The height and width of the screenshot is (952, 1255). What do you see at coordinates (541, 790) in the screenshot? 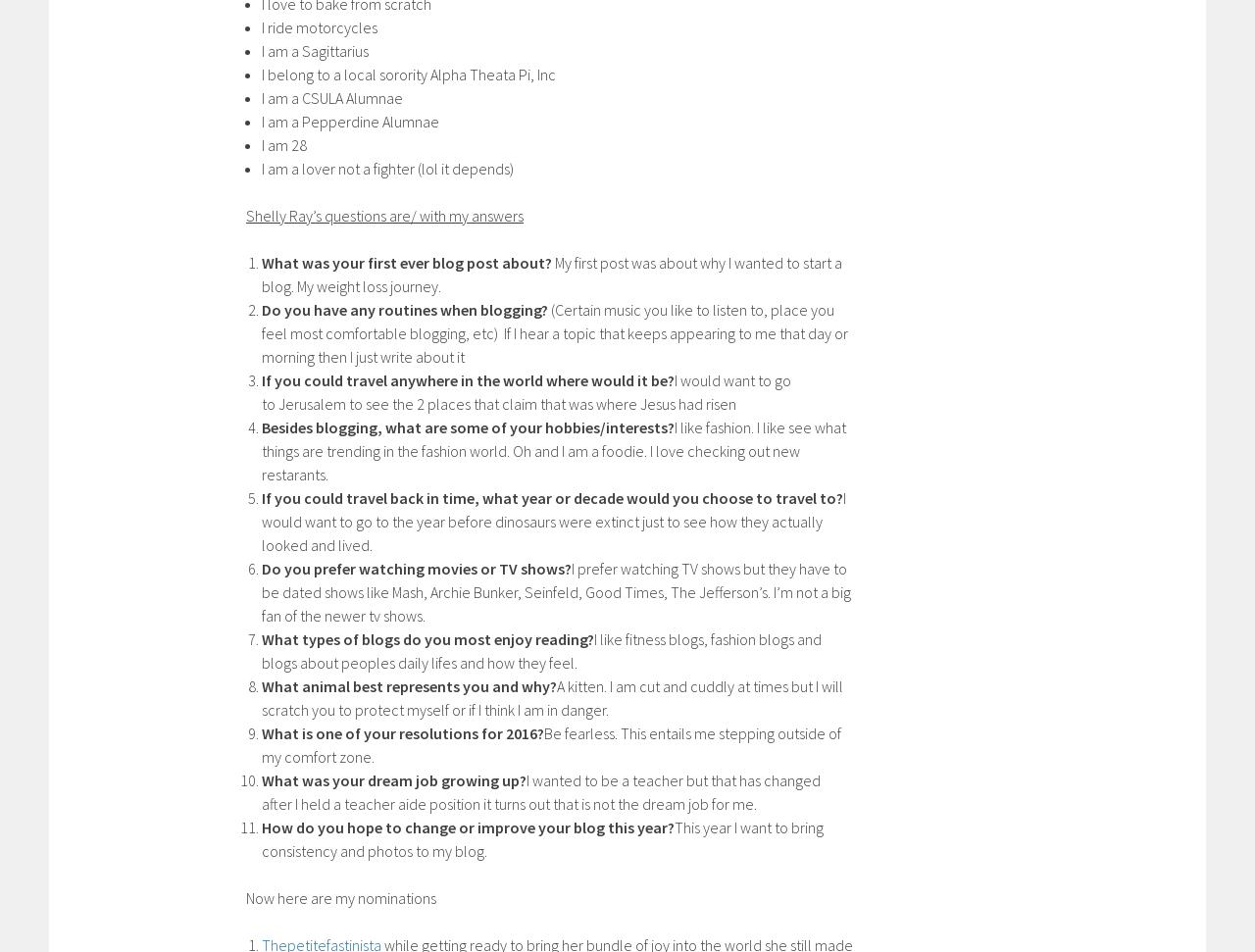
I see `'I wanted to be a teacher but that has changed after I held a teacher aide position it turns out that is not the dream job for me.'` at bounding box center [541, 790].